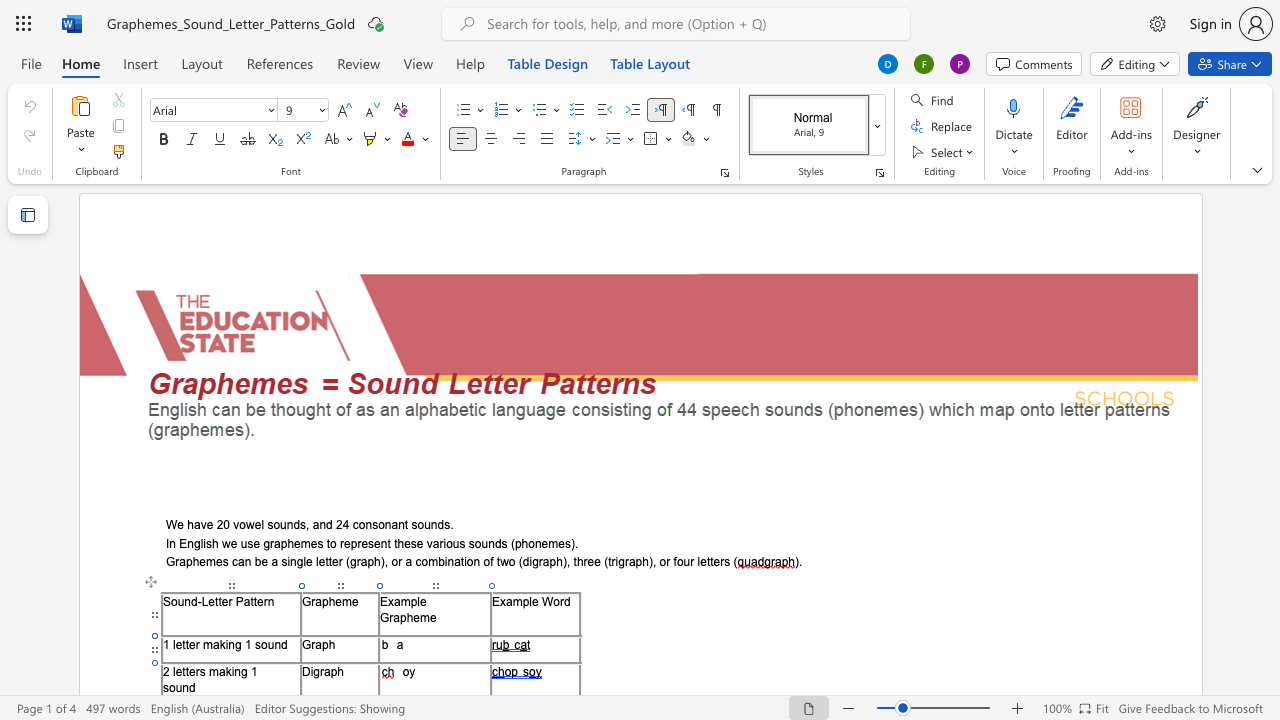  What do you see at coordinates (172, 686) in the screenshot?
I see `the 1th character "o" in the text` at bounding box center [172, 686].